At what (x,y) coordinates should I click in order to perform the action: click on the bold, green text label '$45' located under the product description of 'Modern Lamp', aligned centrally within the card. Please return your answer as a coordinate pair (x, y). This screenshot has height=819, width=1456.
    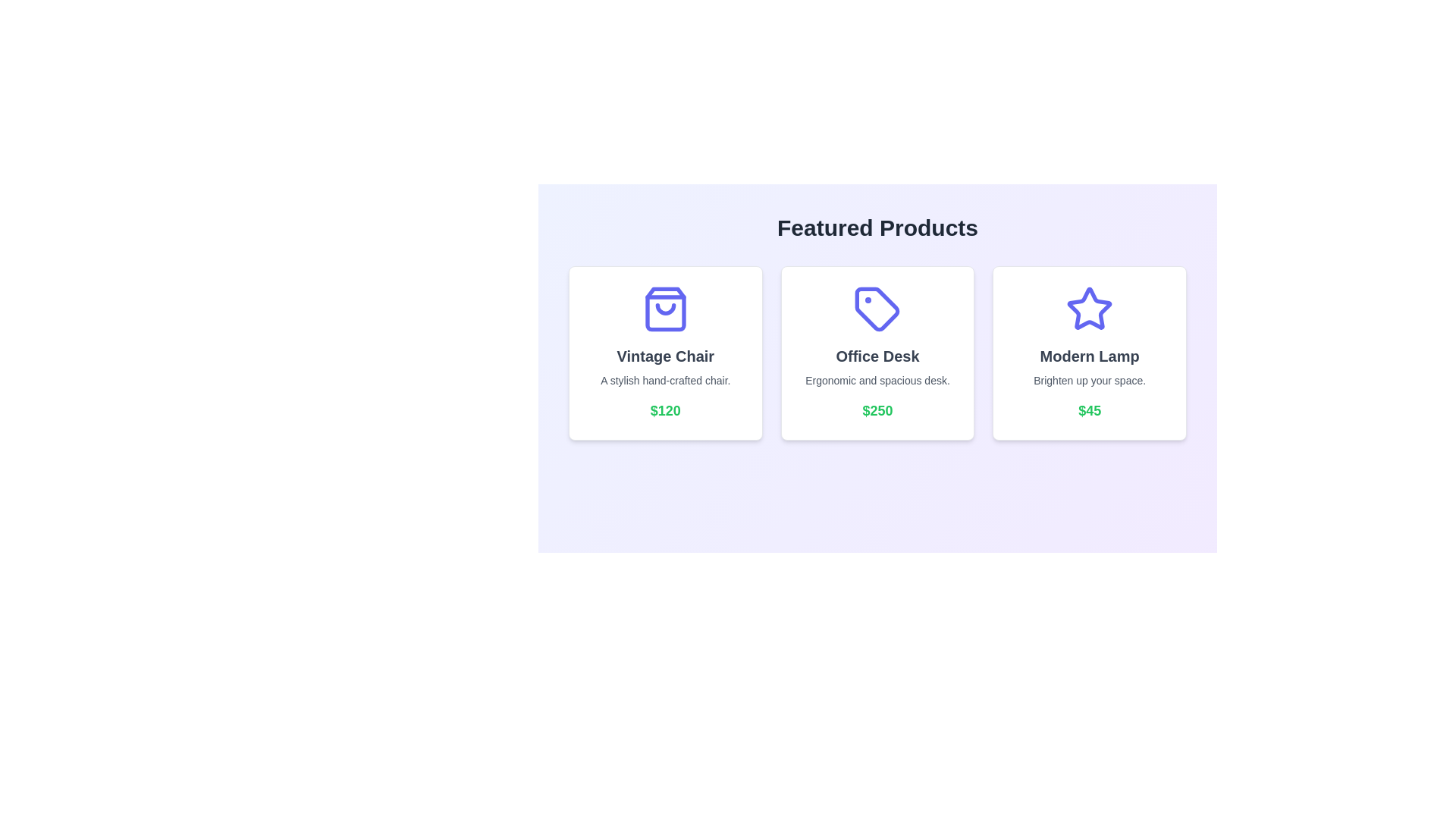
    Looking at the image, I should click on (1089, 411).